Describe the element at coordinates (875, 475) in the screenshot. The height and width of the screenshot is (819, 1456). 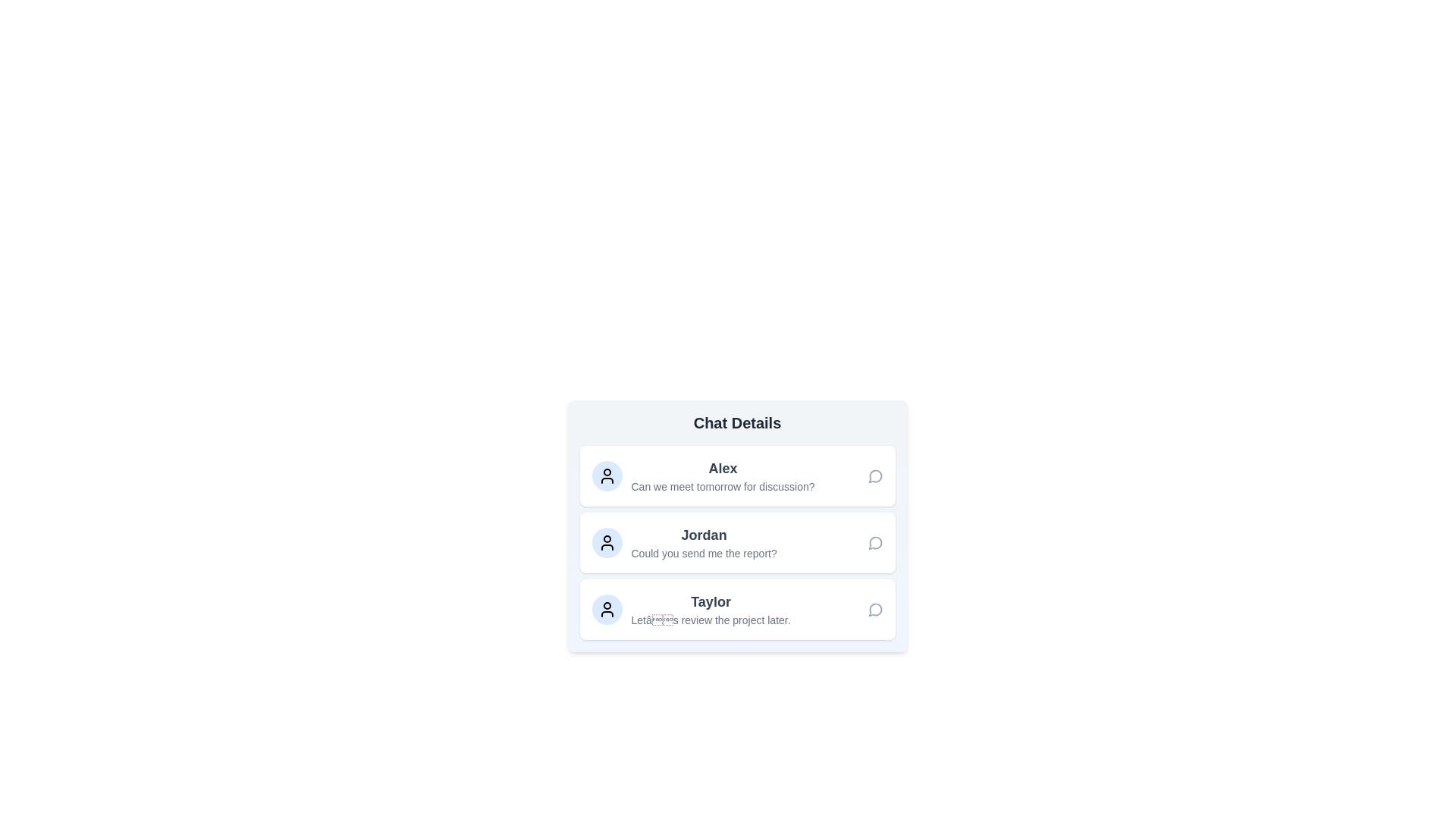
I see `the chat icon for the user Alex` at that location.